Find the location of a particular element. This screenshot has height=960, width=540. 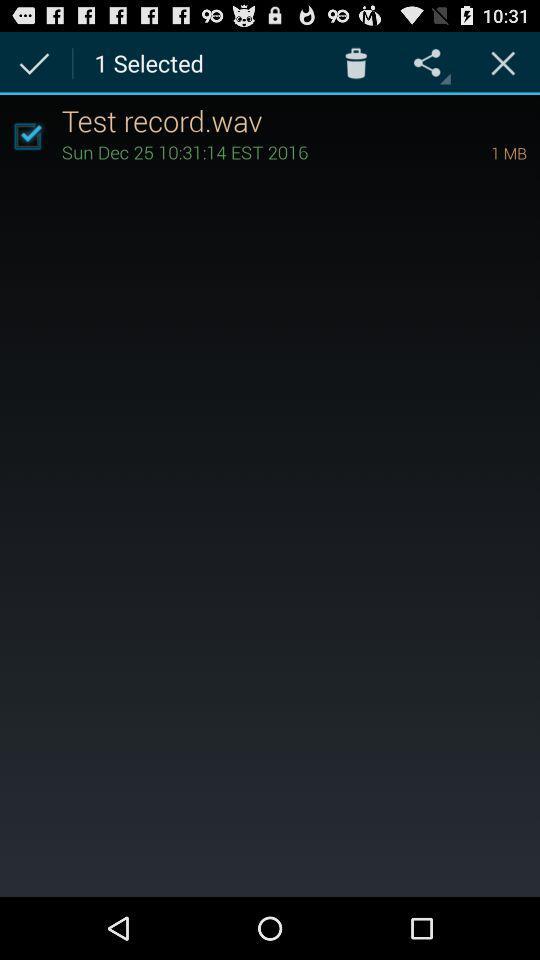

icon below test record.wav icon is located at coordinates (248, 150).